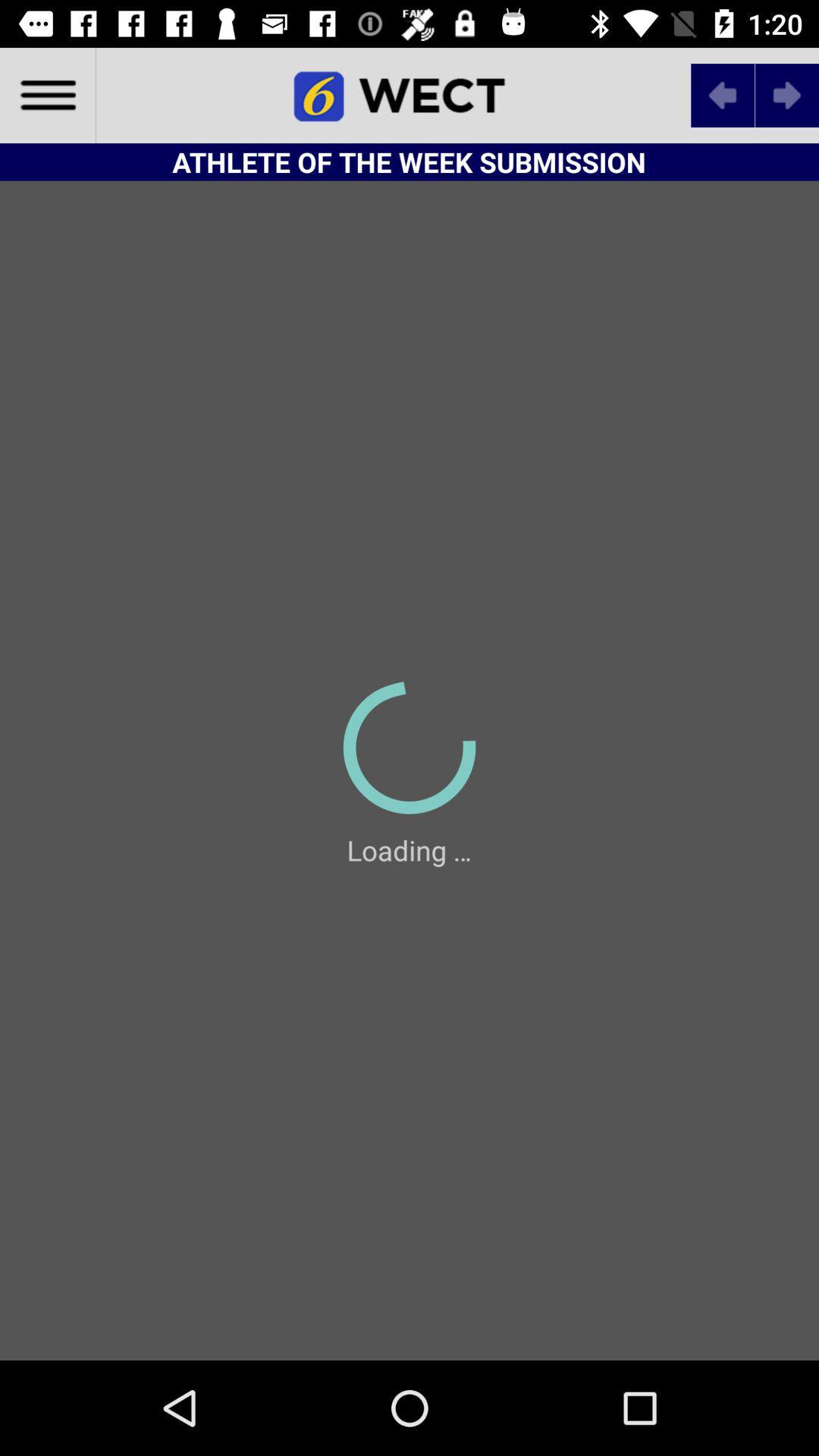 This screenshot has height=1456, width=819. I want to click on the menu icon, so click(46, 94).